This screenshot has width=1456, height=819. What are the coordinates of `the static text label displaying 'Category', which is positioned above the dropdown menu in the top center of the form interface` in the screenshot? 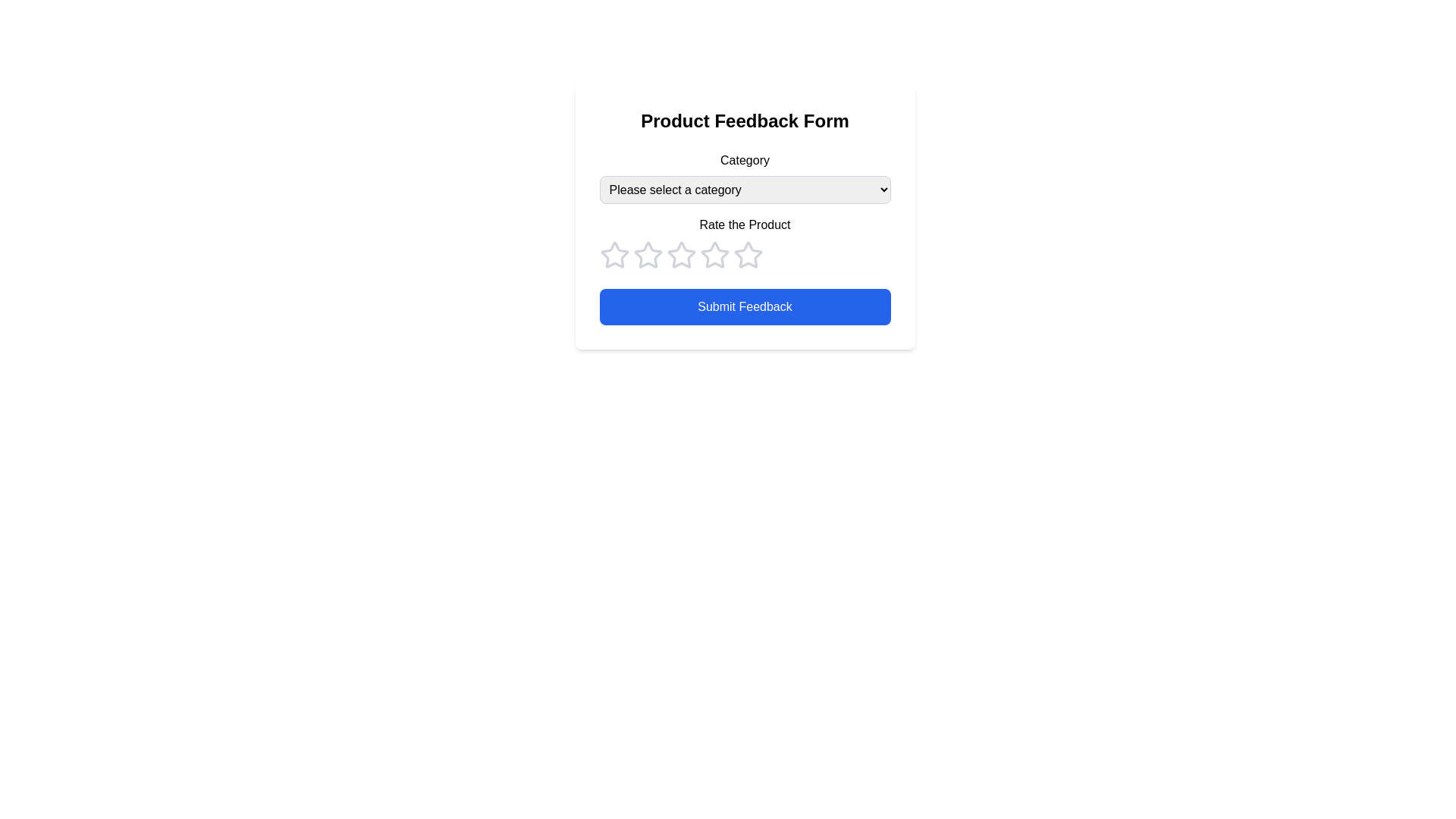 It's located at (745, 161).